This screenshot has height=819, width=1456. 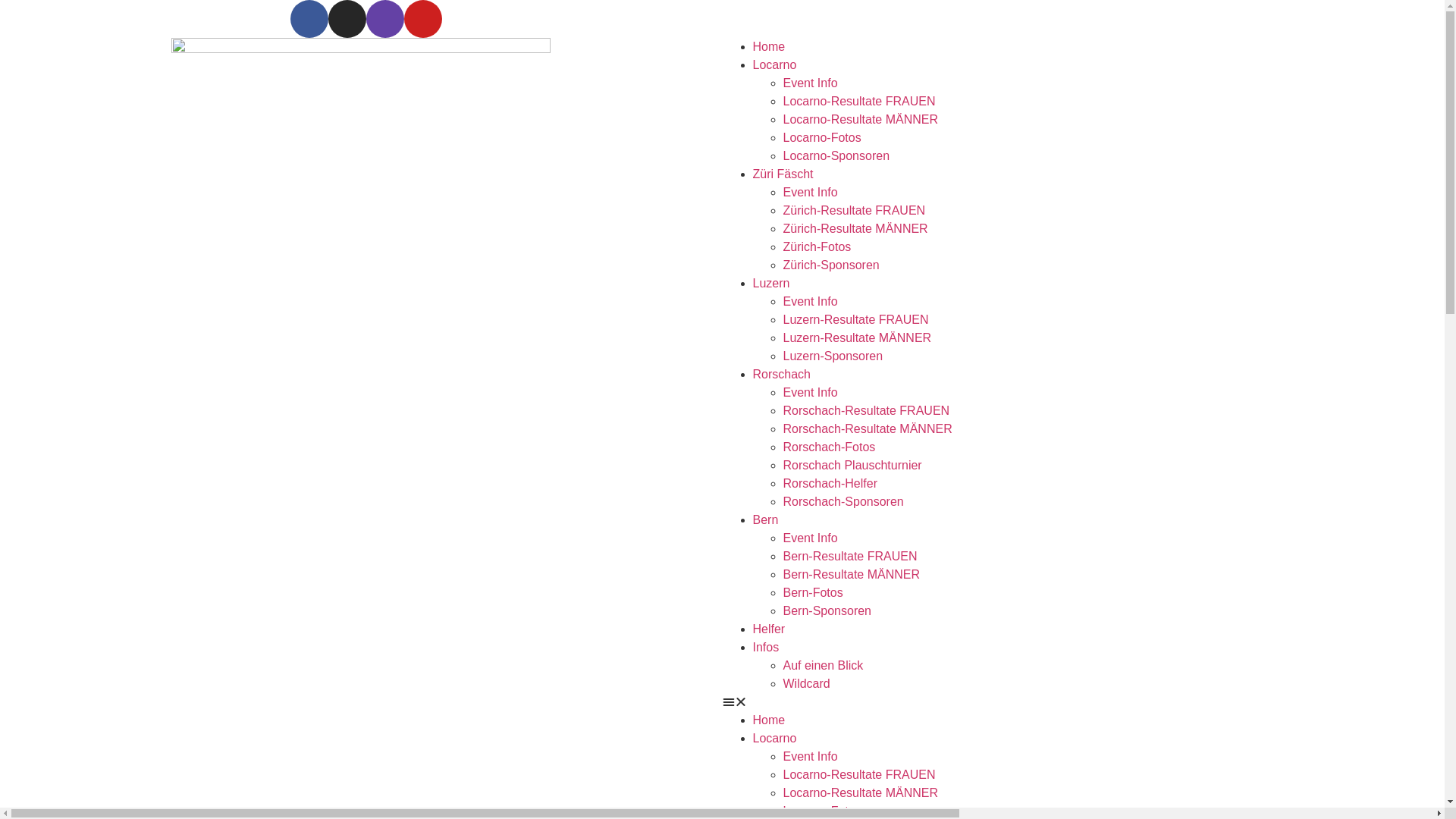 What do you see at coordinates (781, 374) in the screenshot?
I see `'Rorschach'` at bounding box center [781, 374].